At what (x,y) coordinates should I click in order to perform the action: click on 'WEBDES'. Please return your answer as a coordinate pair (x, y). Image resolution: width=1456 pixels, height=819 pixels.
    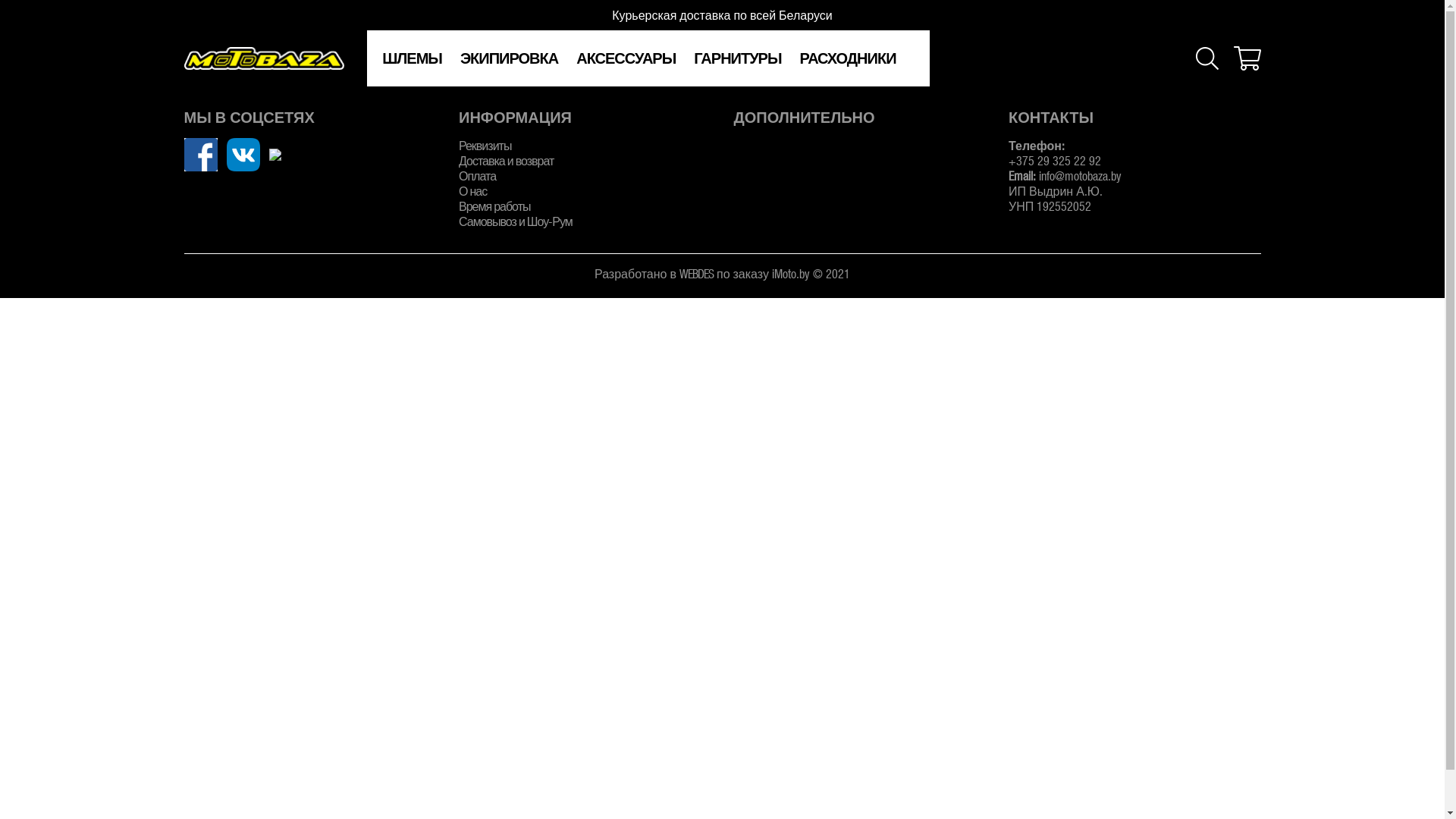
    Looking at the image, I should click on (695, 273).